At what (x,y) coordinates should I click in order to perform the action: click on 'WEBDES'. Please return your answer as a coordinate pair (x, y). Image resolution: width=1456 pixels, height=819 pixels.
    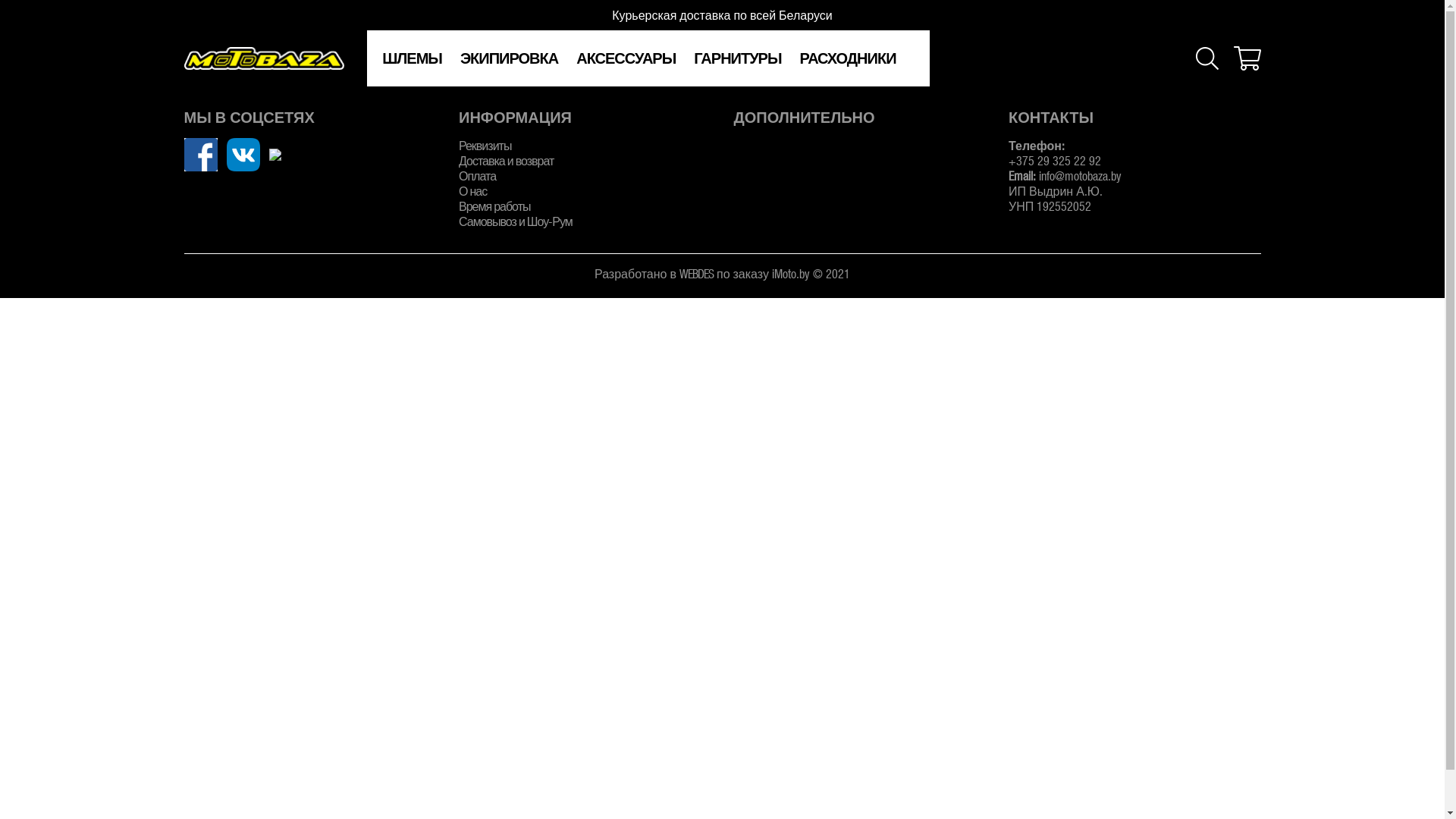
    Looking at the image, I should click on (695, 273).